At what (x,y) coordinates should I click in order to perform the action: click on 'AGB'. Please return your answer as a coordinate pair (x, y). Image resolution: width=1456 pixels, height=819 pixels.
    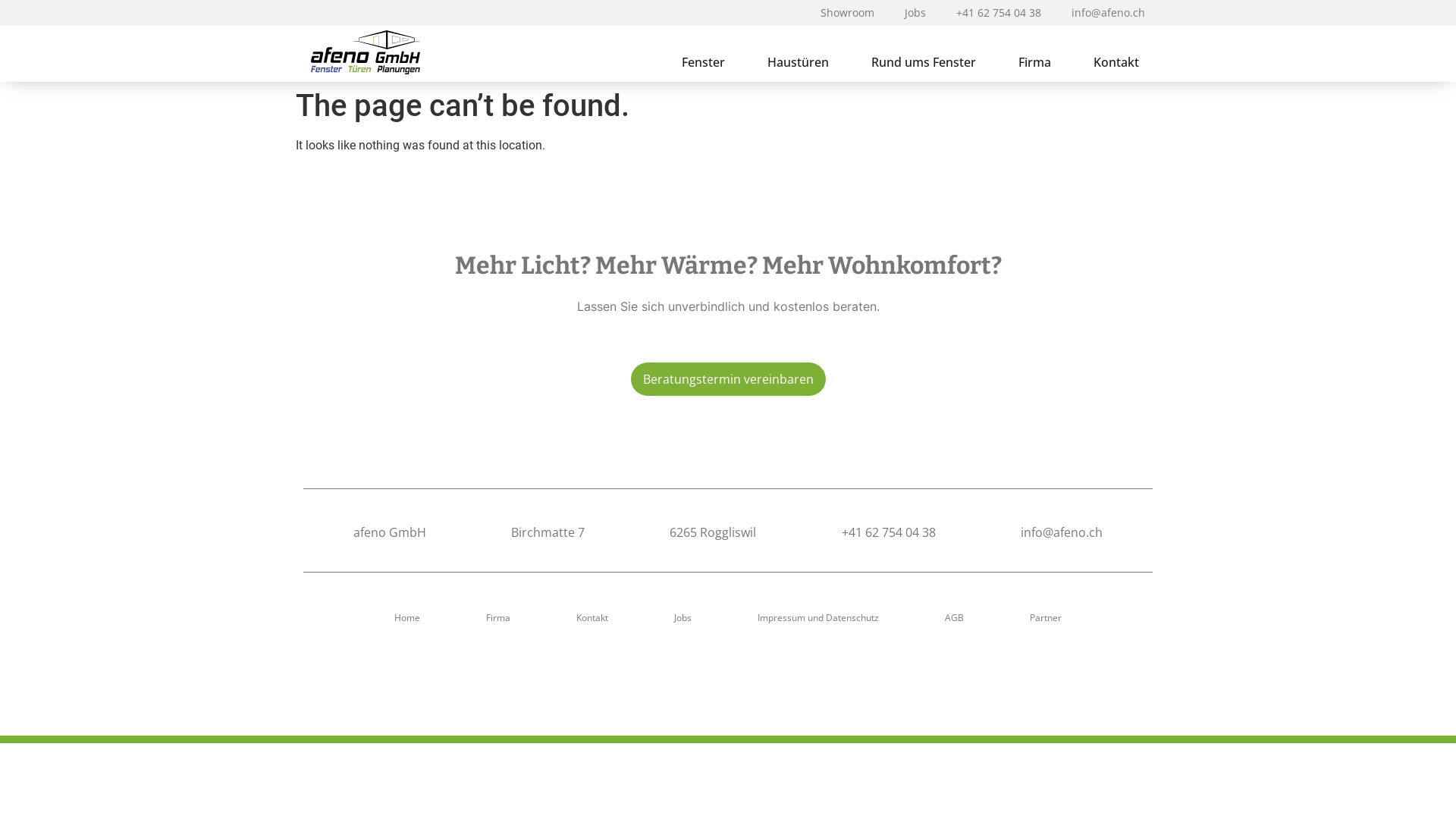
    Looking at the image, I should click on (953, 617).